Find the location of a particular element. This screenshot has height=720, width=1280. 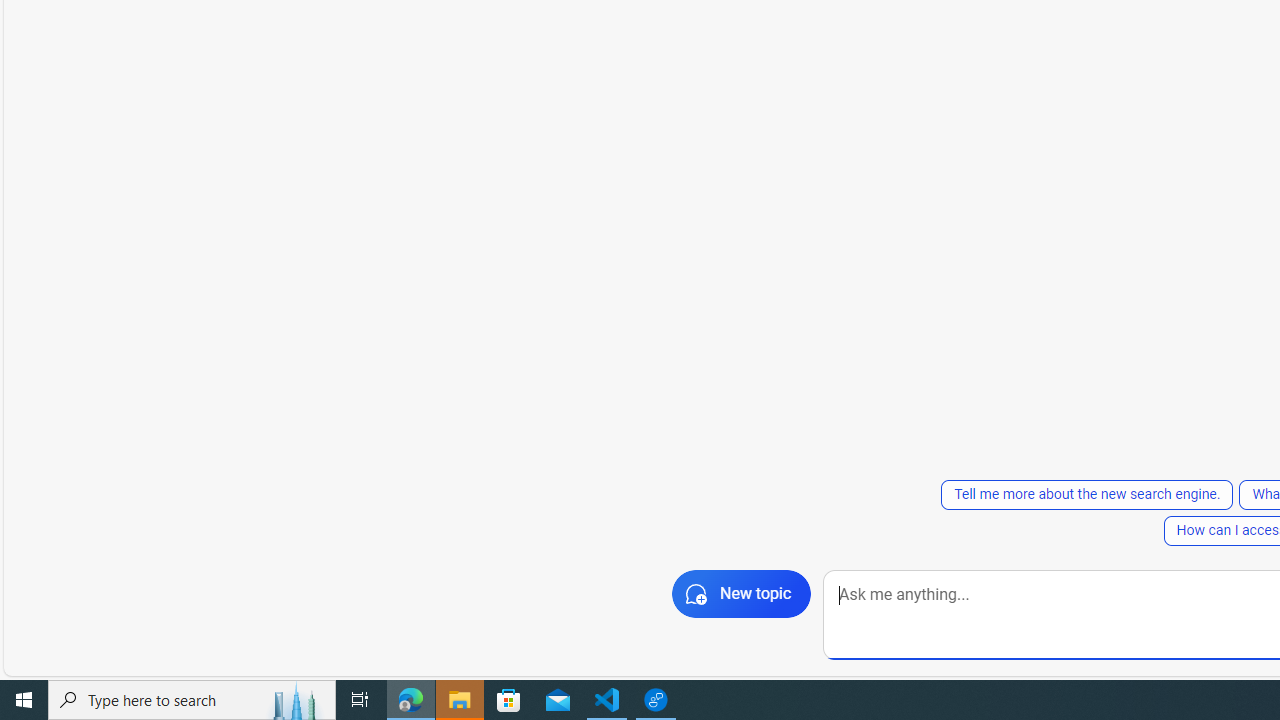

'Tell me more about the new search engine.' is located at coordinates (1086, 495).